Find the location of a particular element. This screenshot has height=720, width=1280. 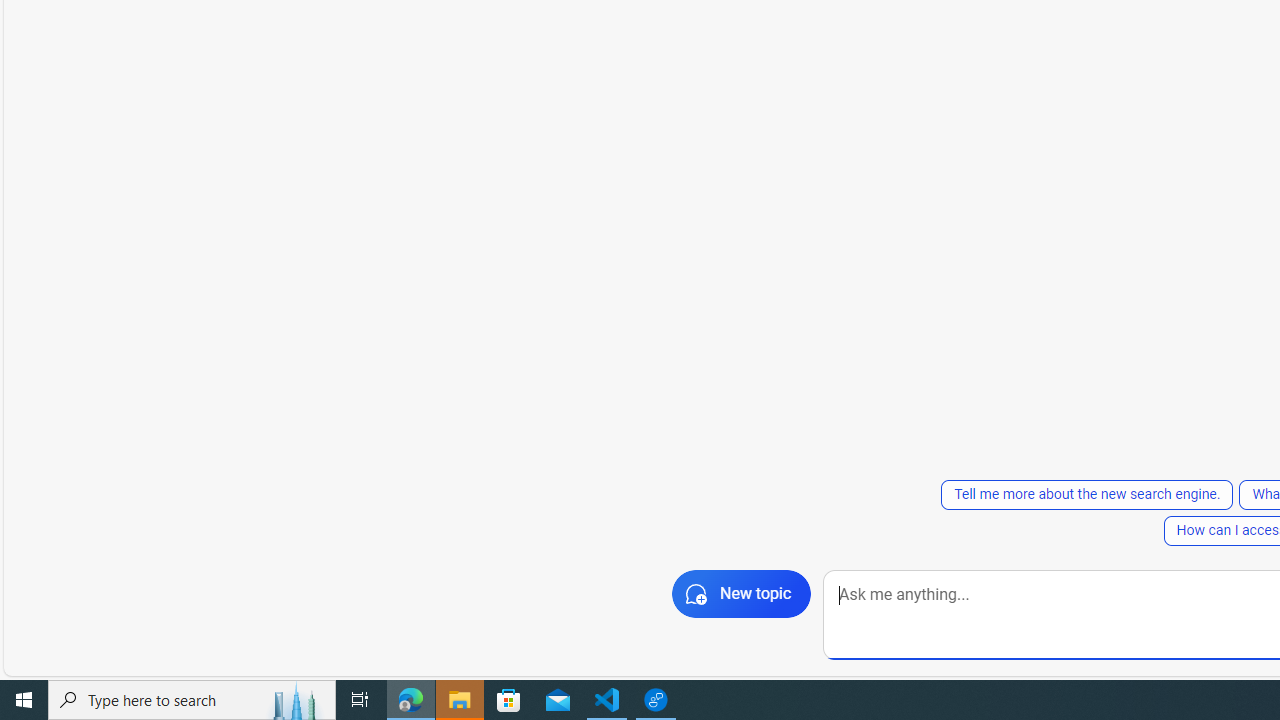

'Tell me more about the new search engine.' is located at coordinates (1086, 495).